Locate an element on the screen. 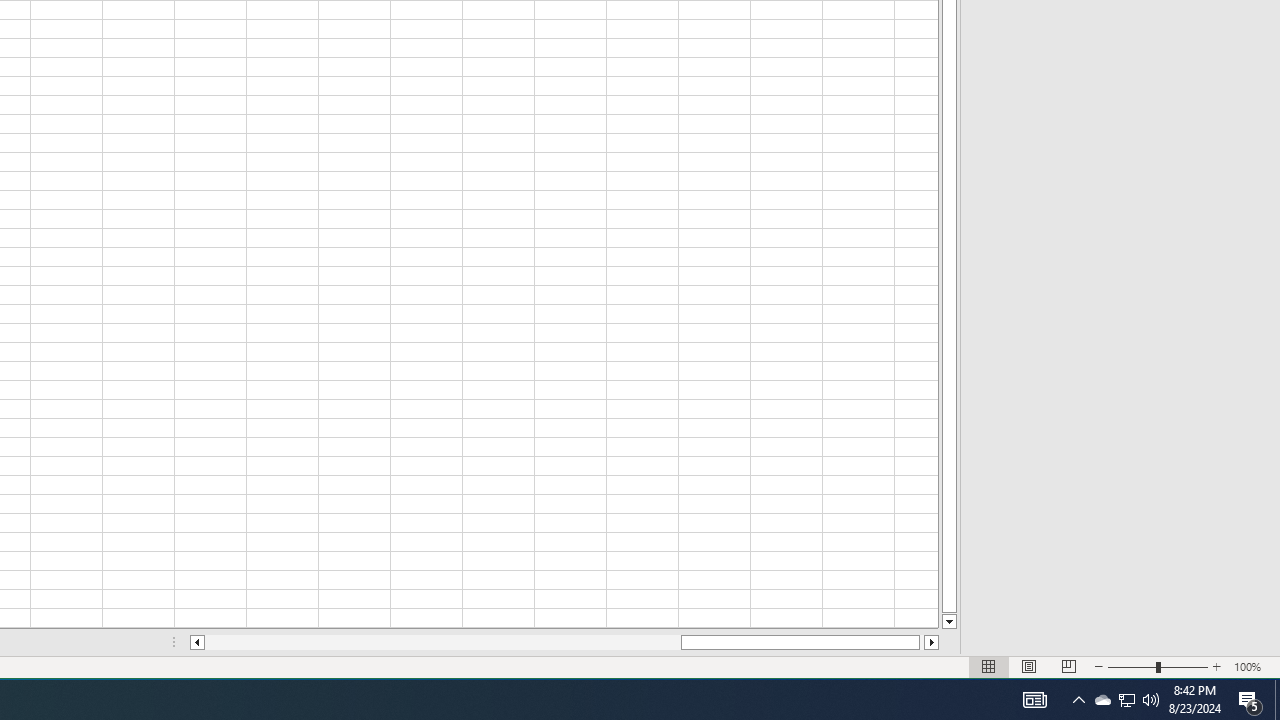 This screenshot has width=1280, height=720. 'Show desktop' is located at coordinates (1276, 698).